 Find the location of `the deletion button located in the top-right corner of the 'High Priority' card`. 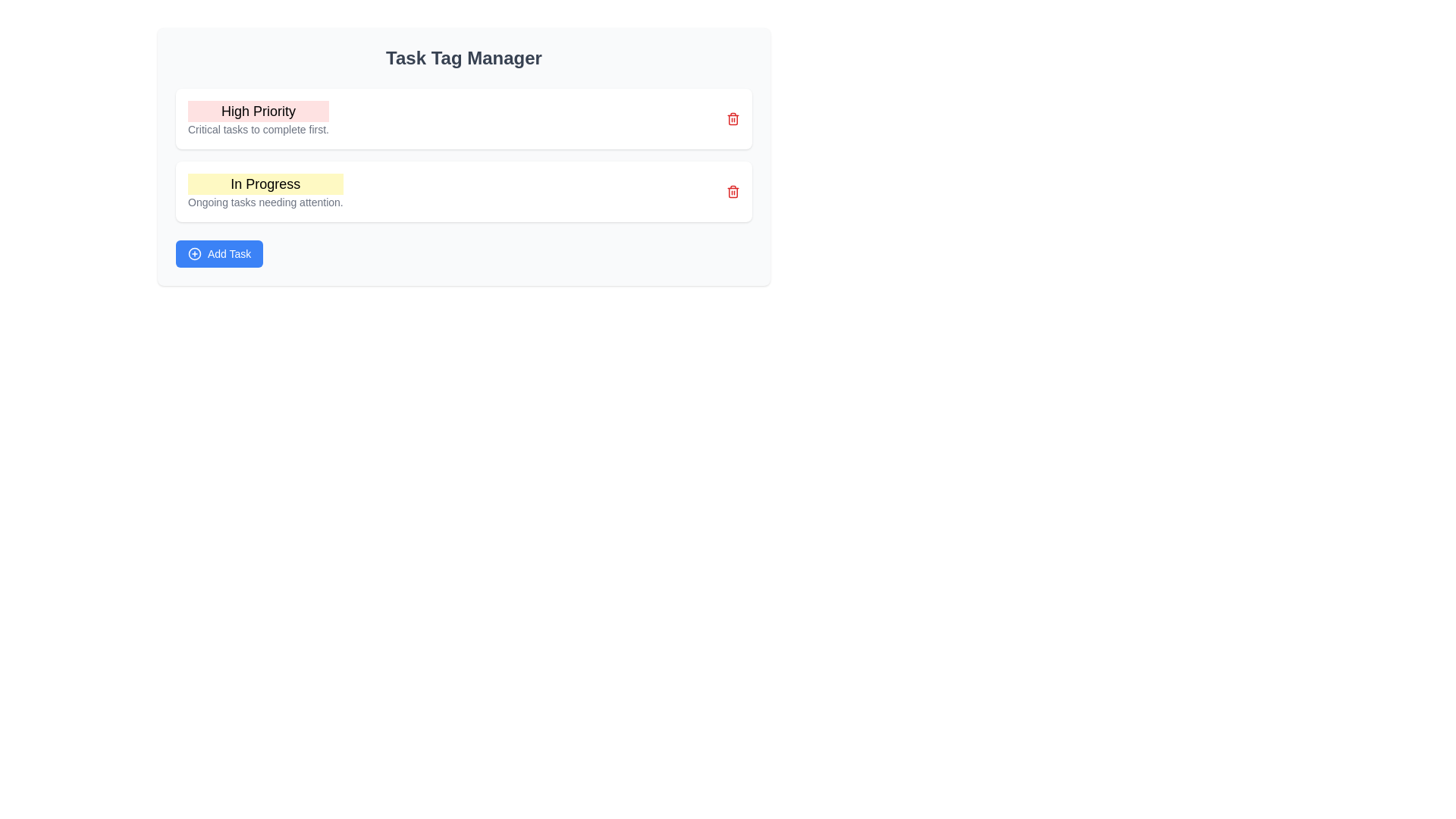

the deletion button located in the top-right corner of the 'High Priority' card is located at coordinates (733, 118).